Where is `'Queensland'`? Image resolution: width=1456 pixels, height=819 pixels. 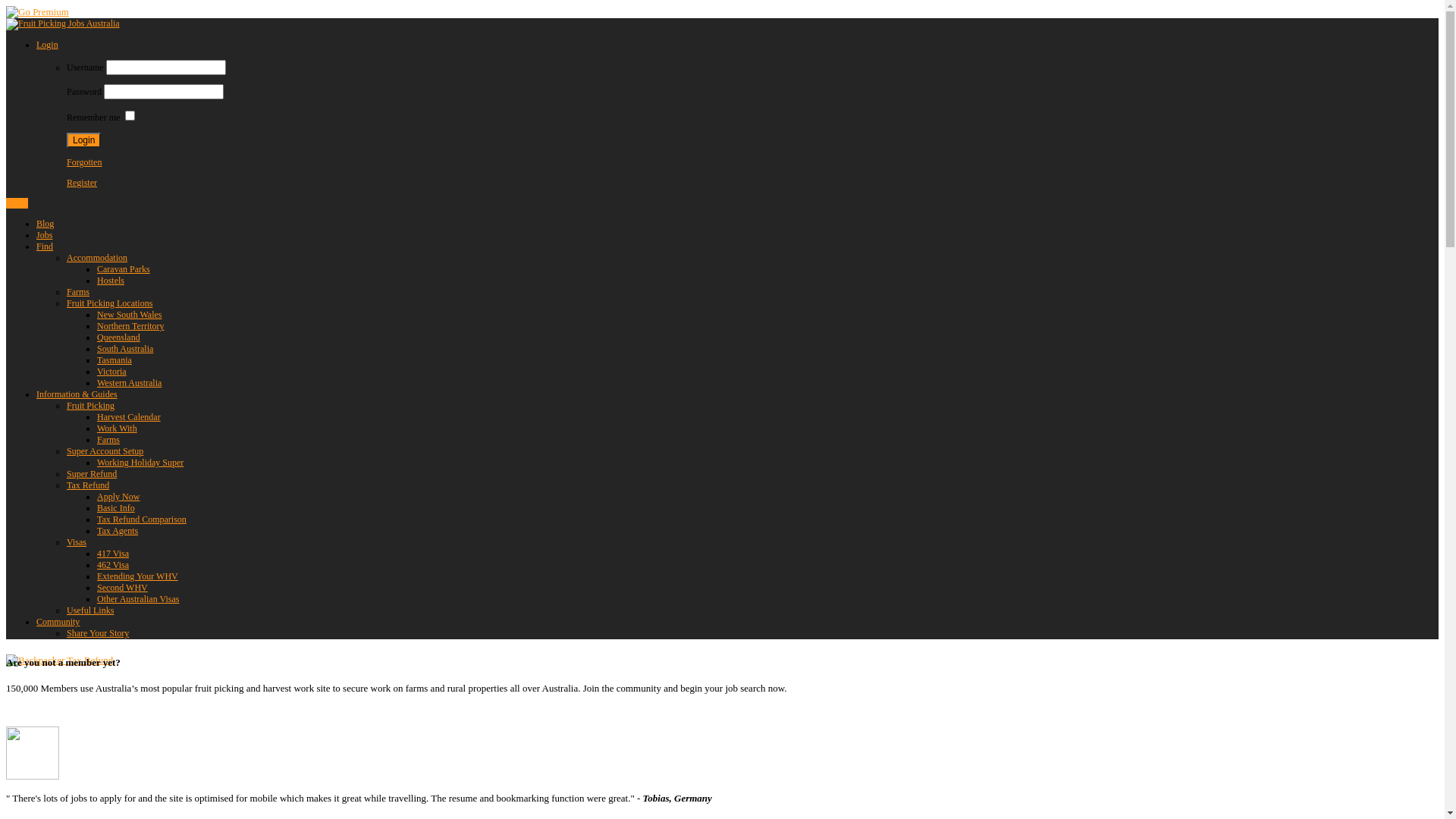
'Queensland' is located at coordinates (118, 336).